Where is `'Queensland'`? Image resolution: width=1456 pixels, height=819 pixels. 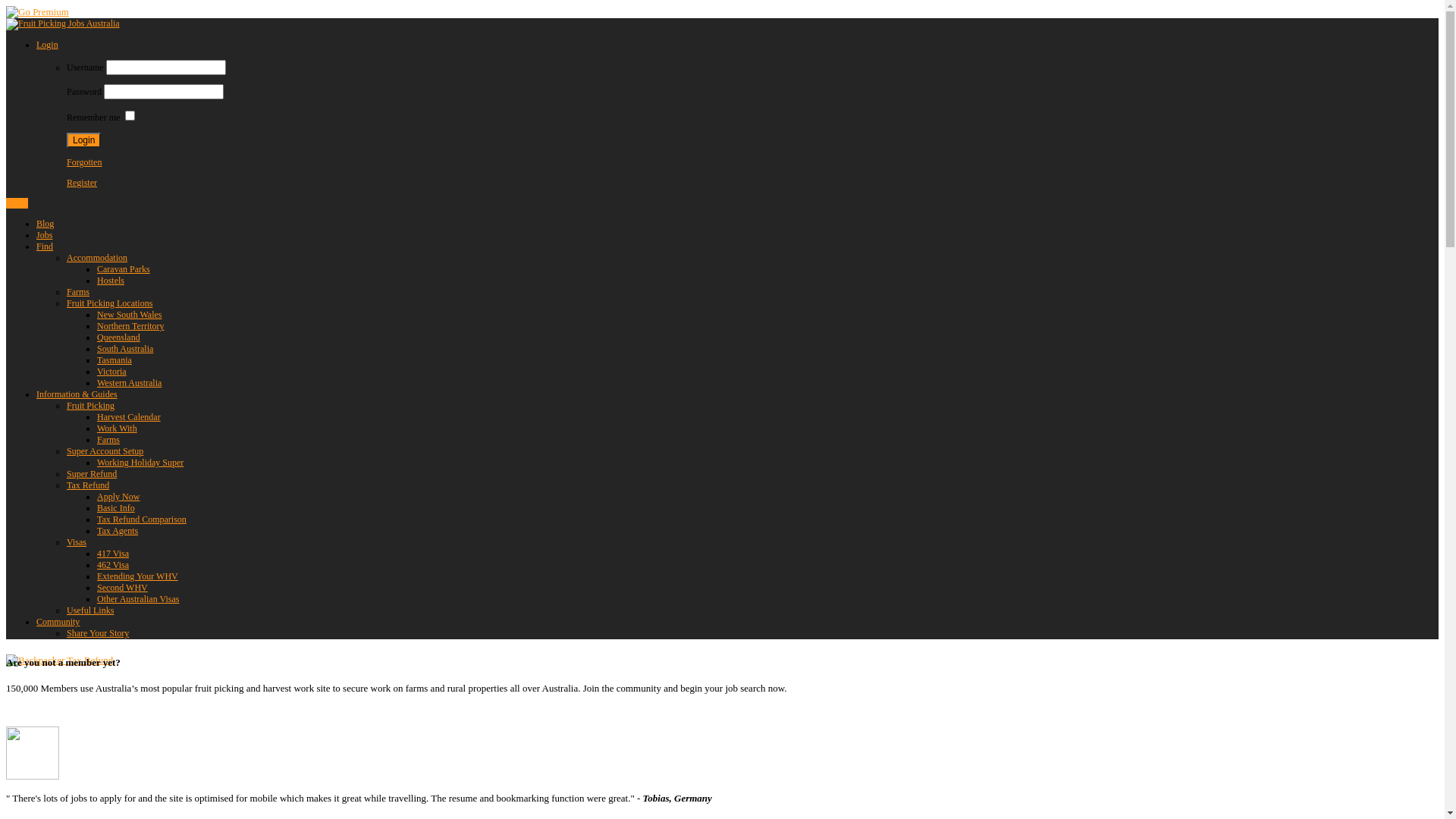
'Queensland' is located at coordinates (118, 336).